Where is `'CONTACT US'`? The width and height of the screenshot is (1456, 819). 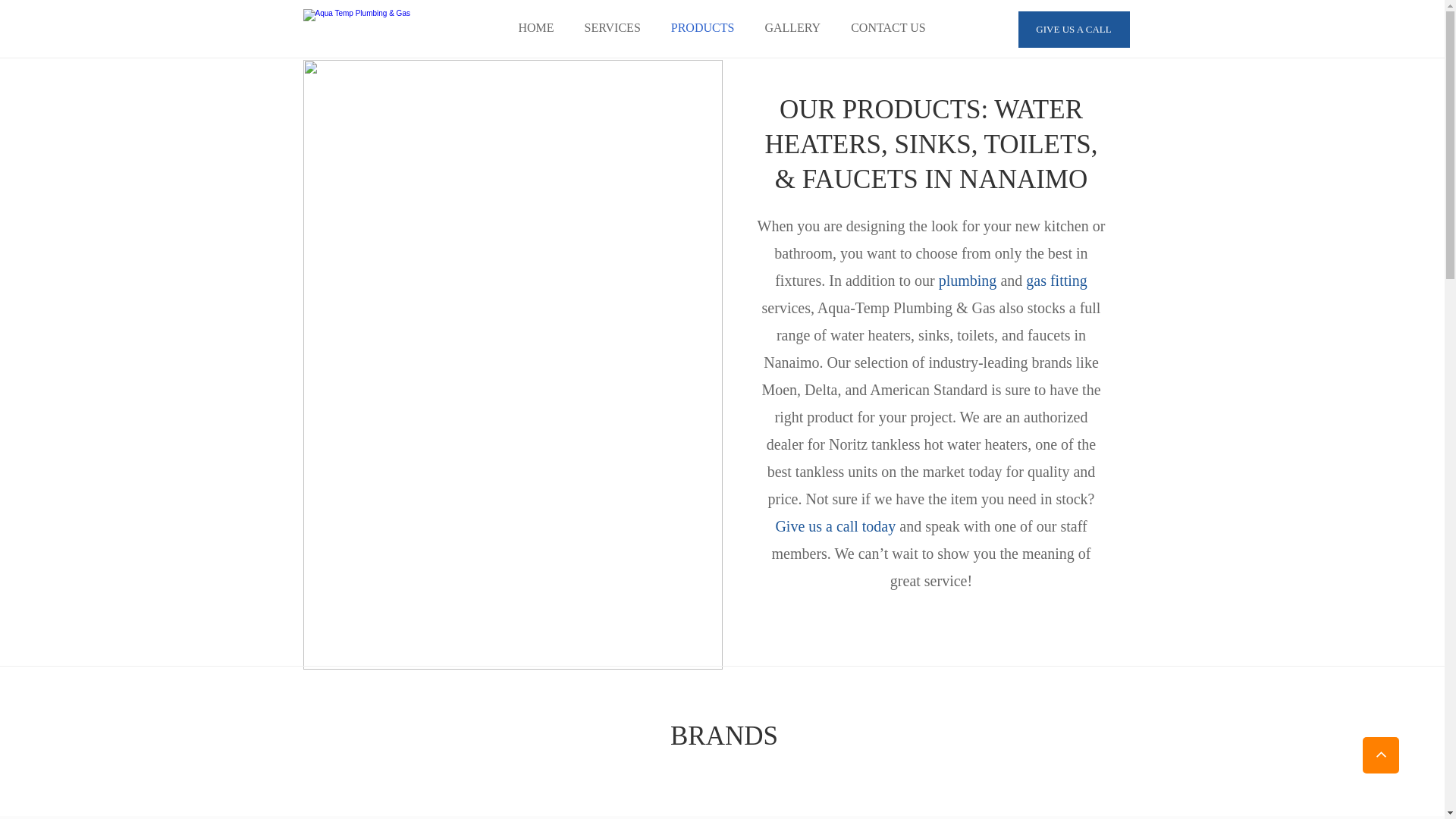
'CONTACT US' is located at coordinates (835, 28).